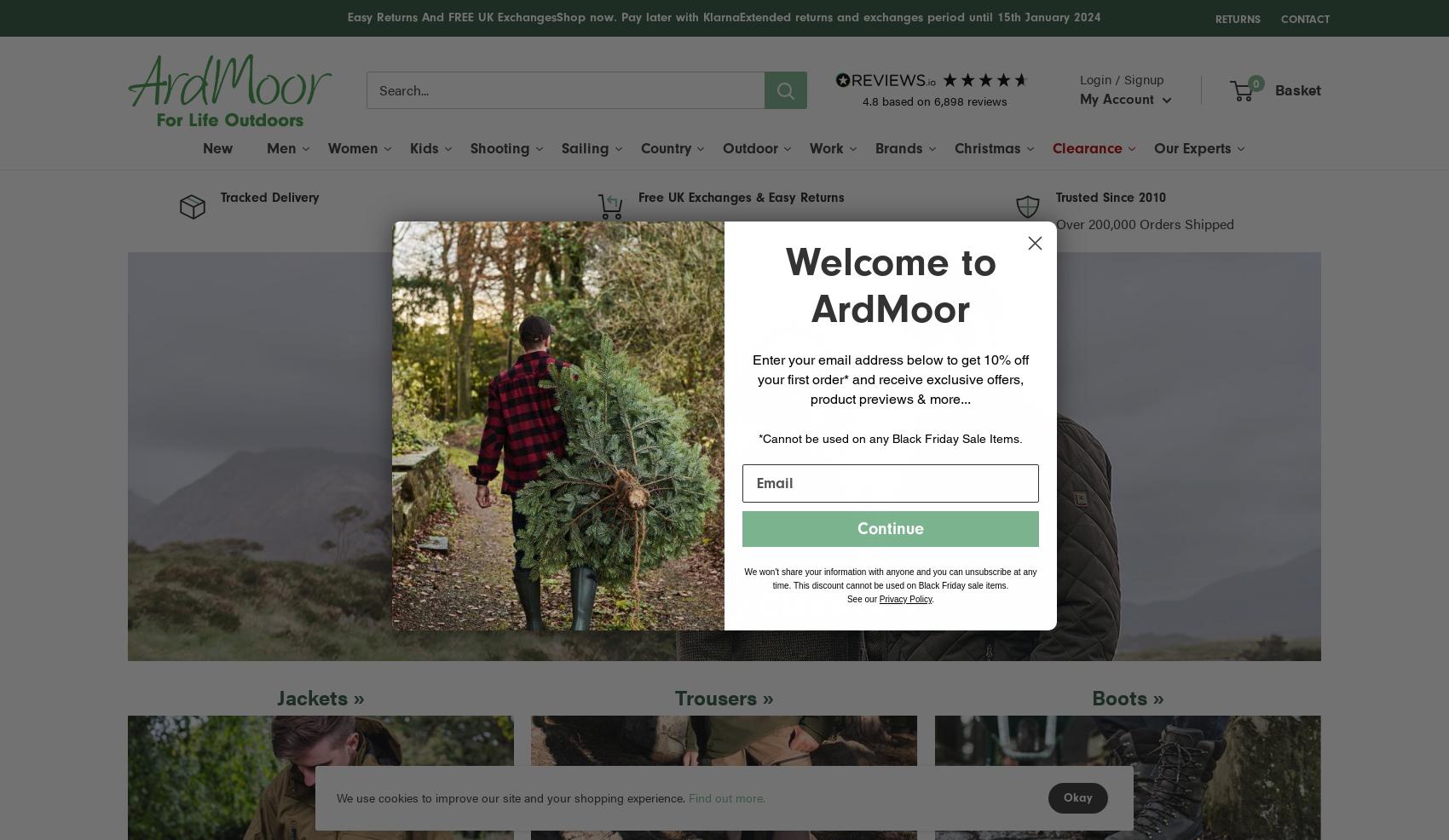 This screenshot has width=1449, height=840. What do you see at coordinates (347, 16) in the screenshot?
I see `'Easy Returns And FREE UK Exchanges'` at bounding box center [347, 16].